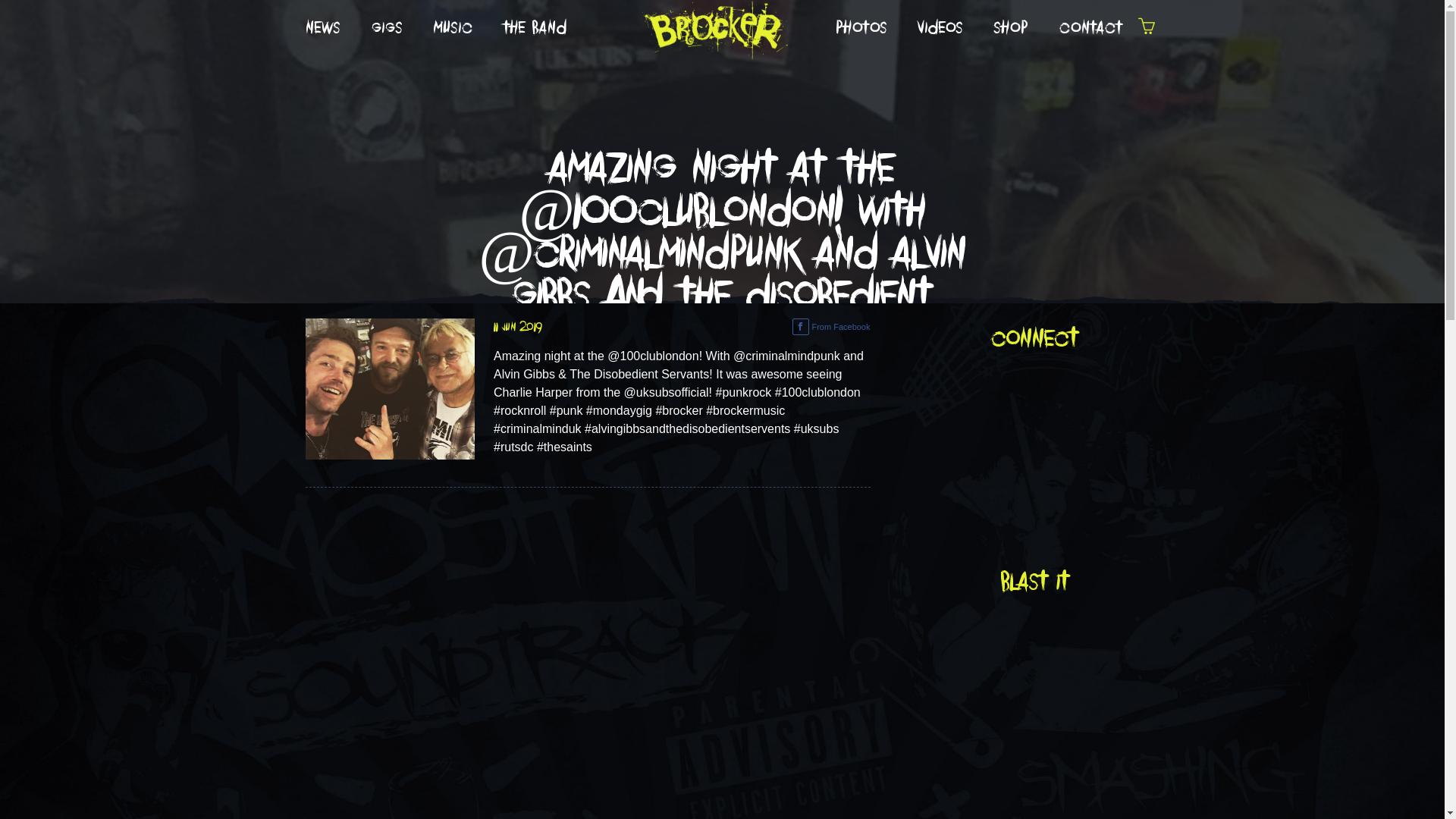 This screenshot has height=819, width=1456. What do you see at coordinates (830, 326) in the screenshot?
I see `'From Facebook'` at bounding box center [830, 326].